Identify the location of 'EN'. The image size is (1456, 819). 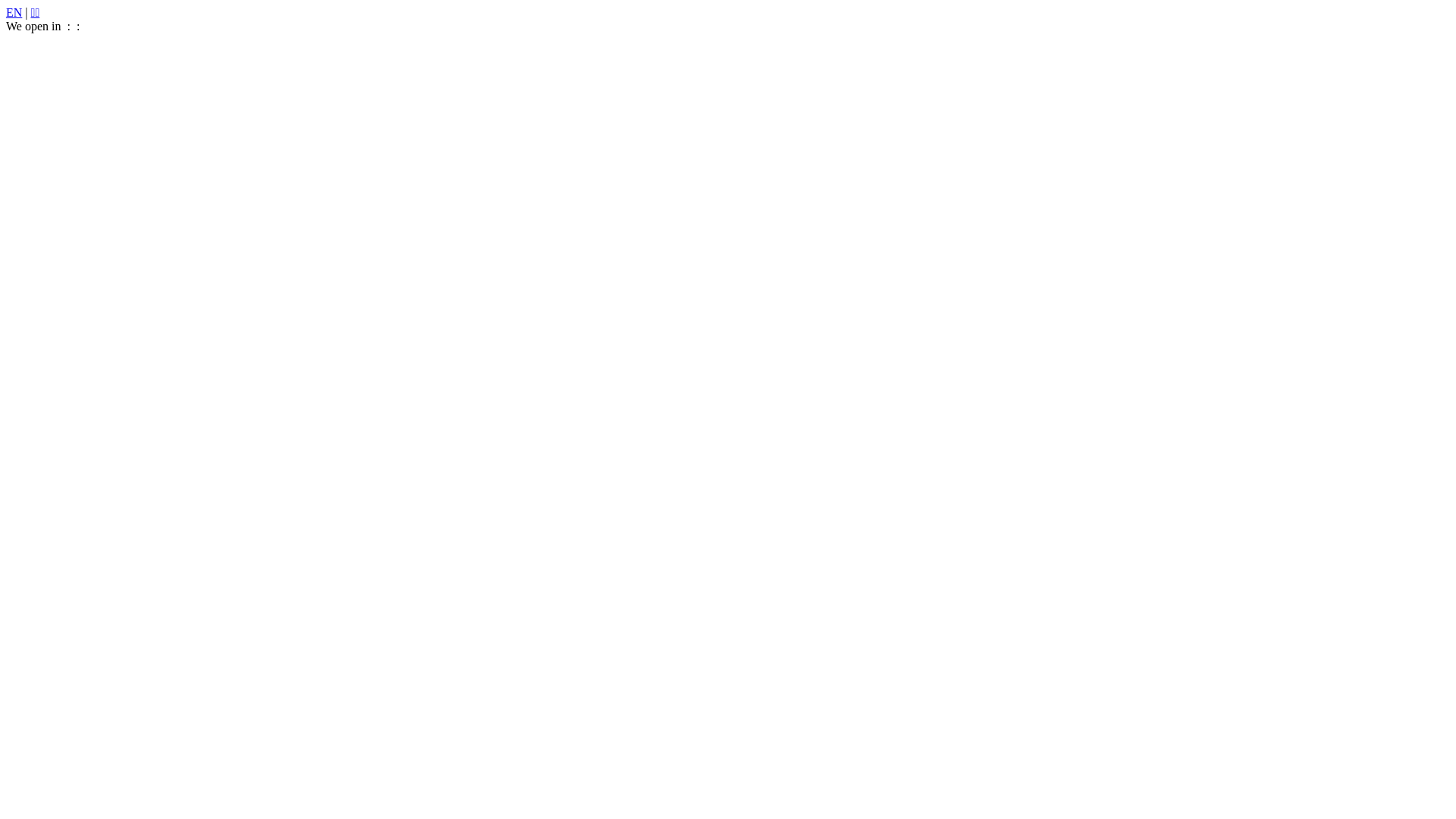
(14, 12).